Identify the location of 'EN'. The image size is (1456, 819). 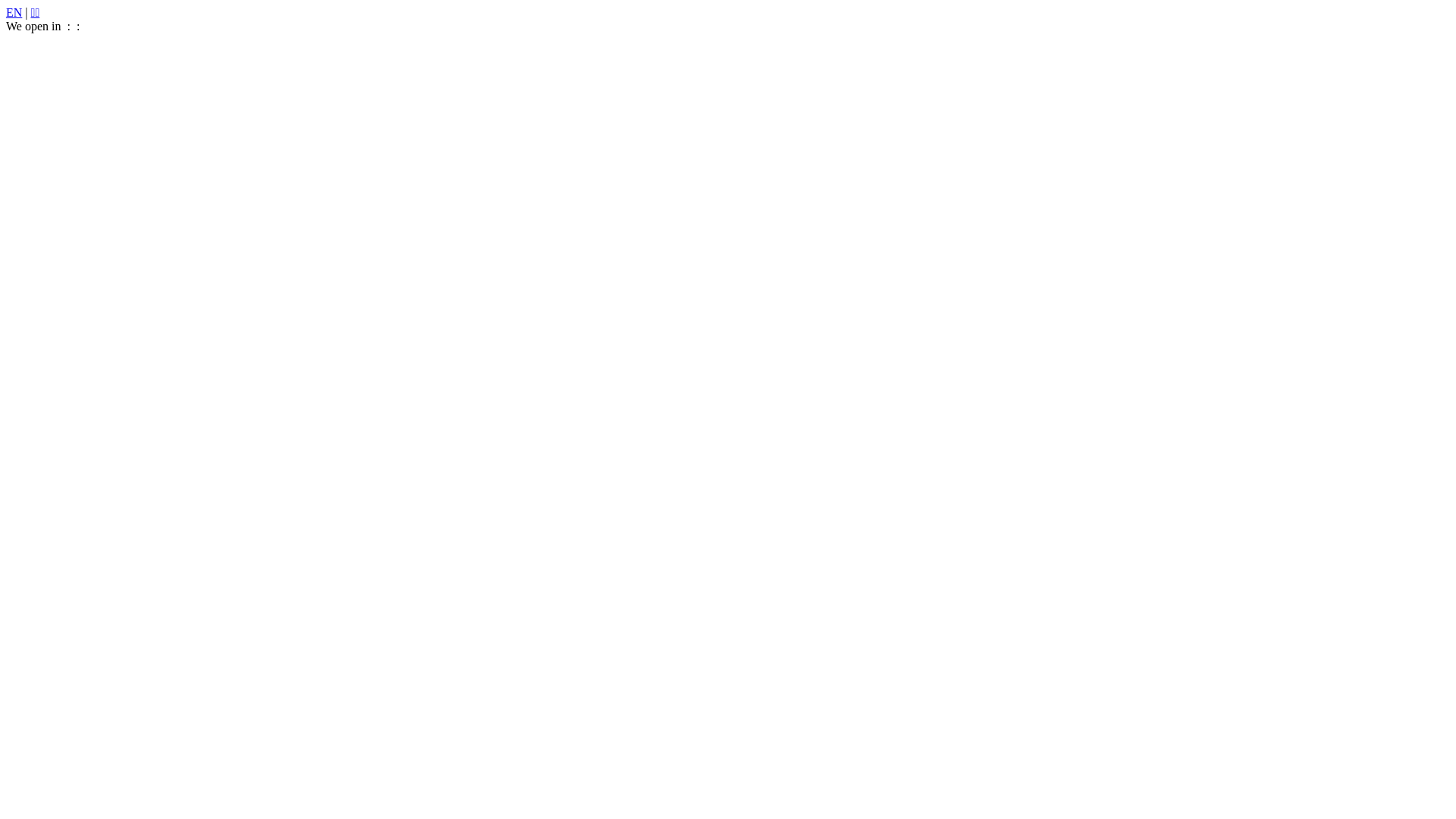
(14, 12).